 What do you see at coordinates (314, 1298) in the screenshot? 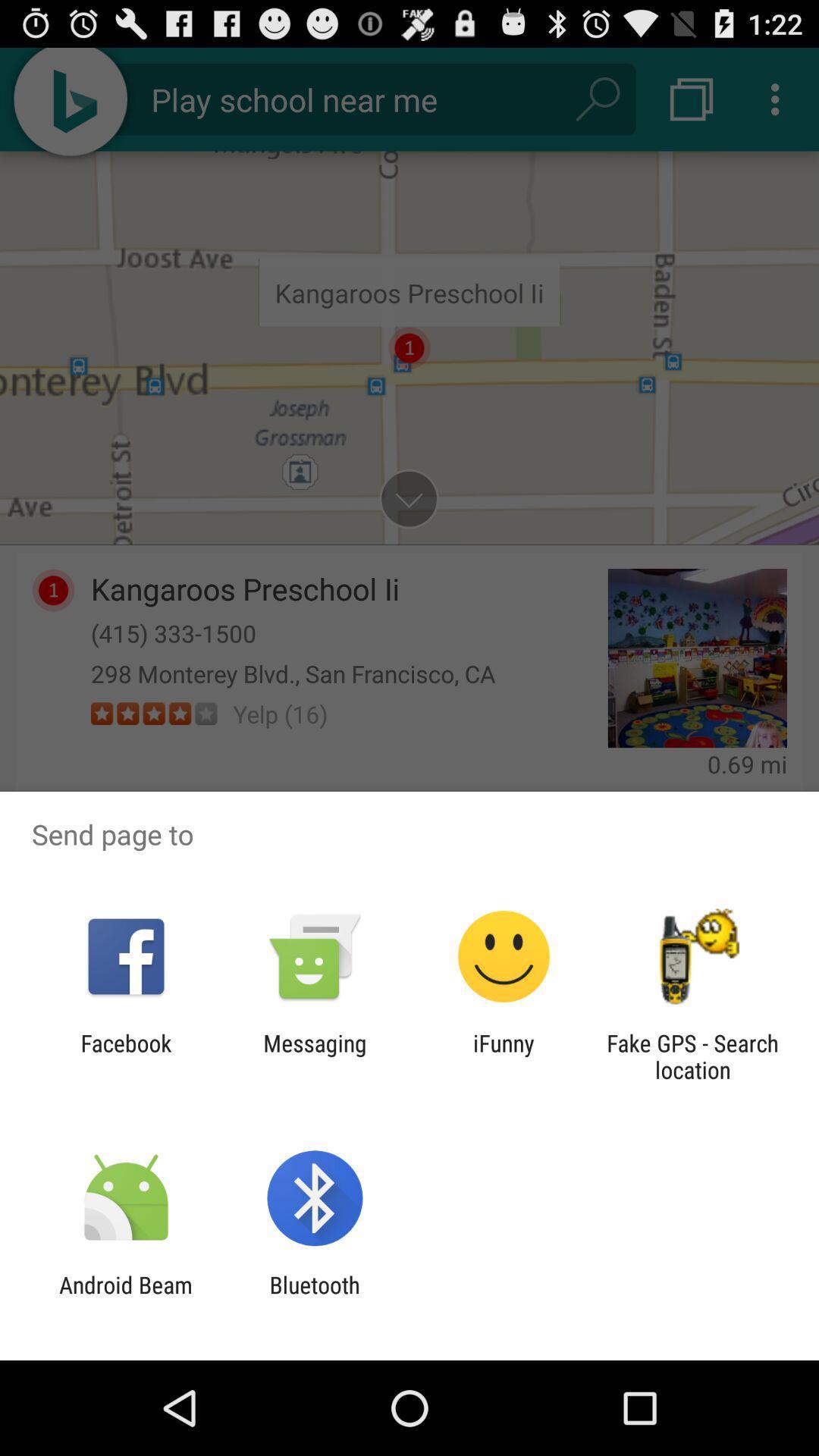
I see `the icon to the right of the android beam app` at bounding box center [314, 1298].